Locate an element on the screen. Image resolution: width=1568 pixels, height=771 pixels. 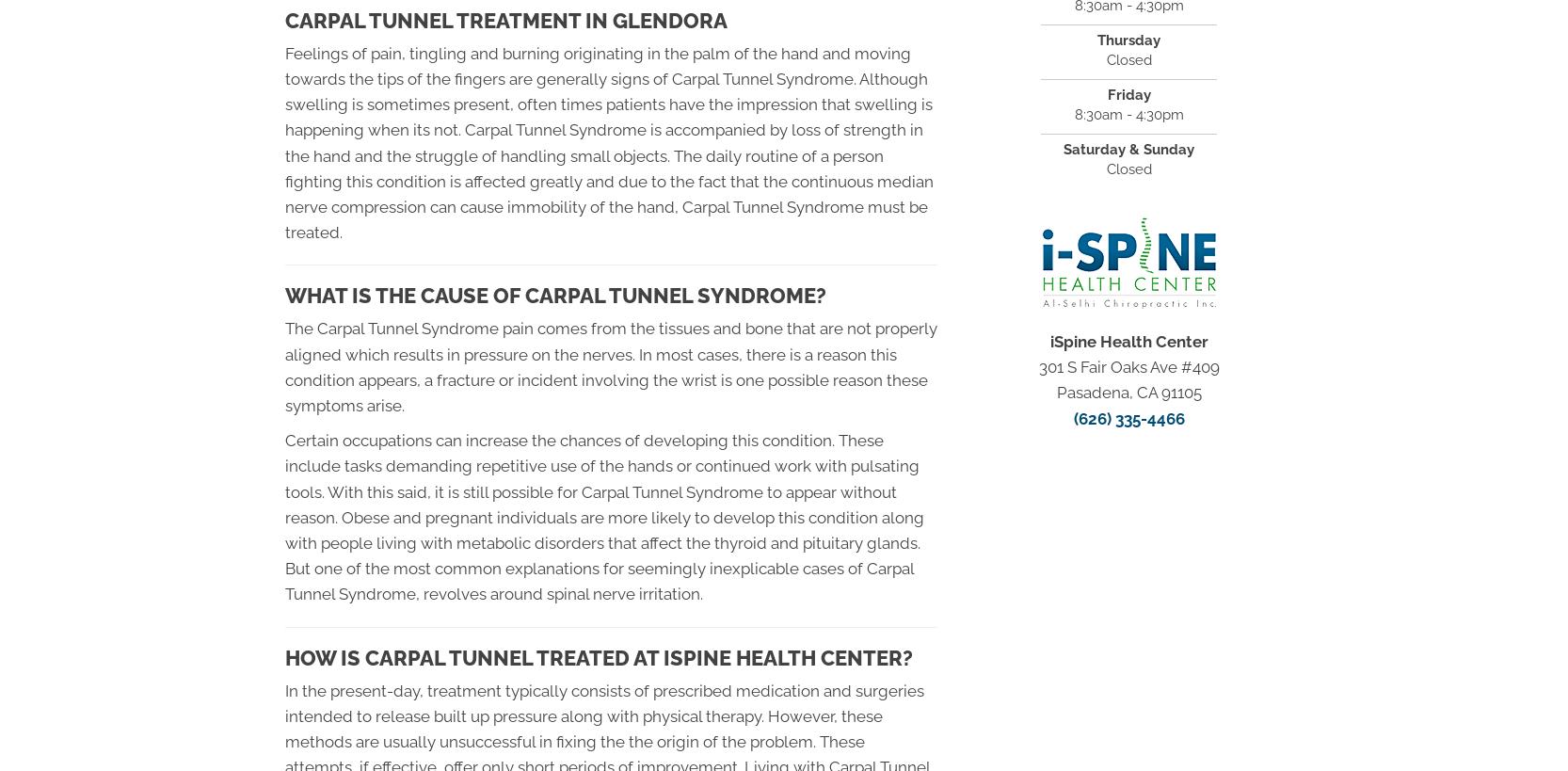
'iSpine Health Center' is located at coordinates (1128, 339).